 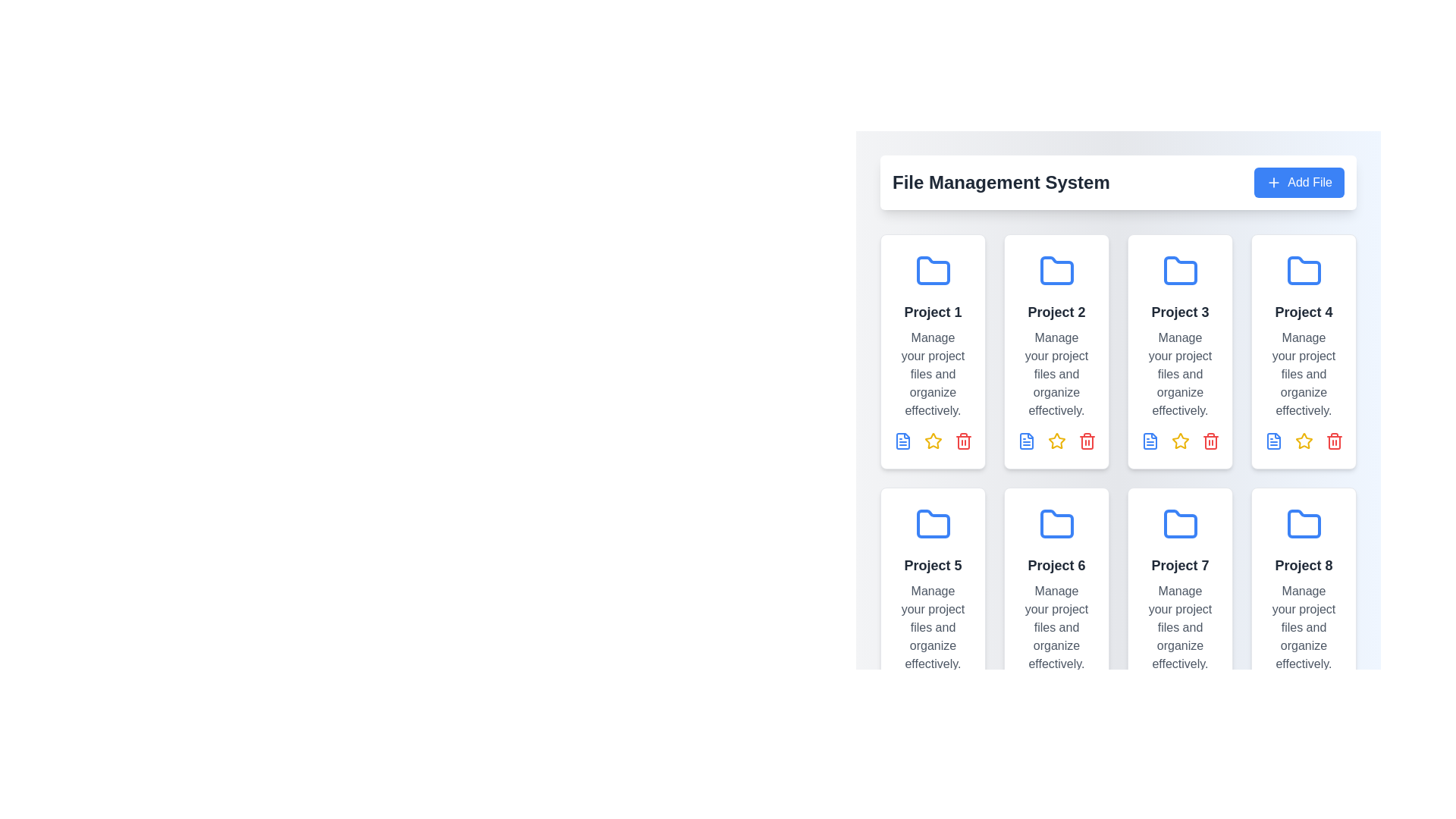 I want to click on the blue outlined folder icon with a slight opening at the top left corner, so click(x=1303, y=522).